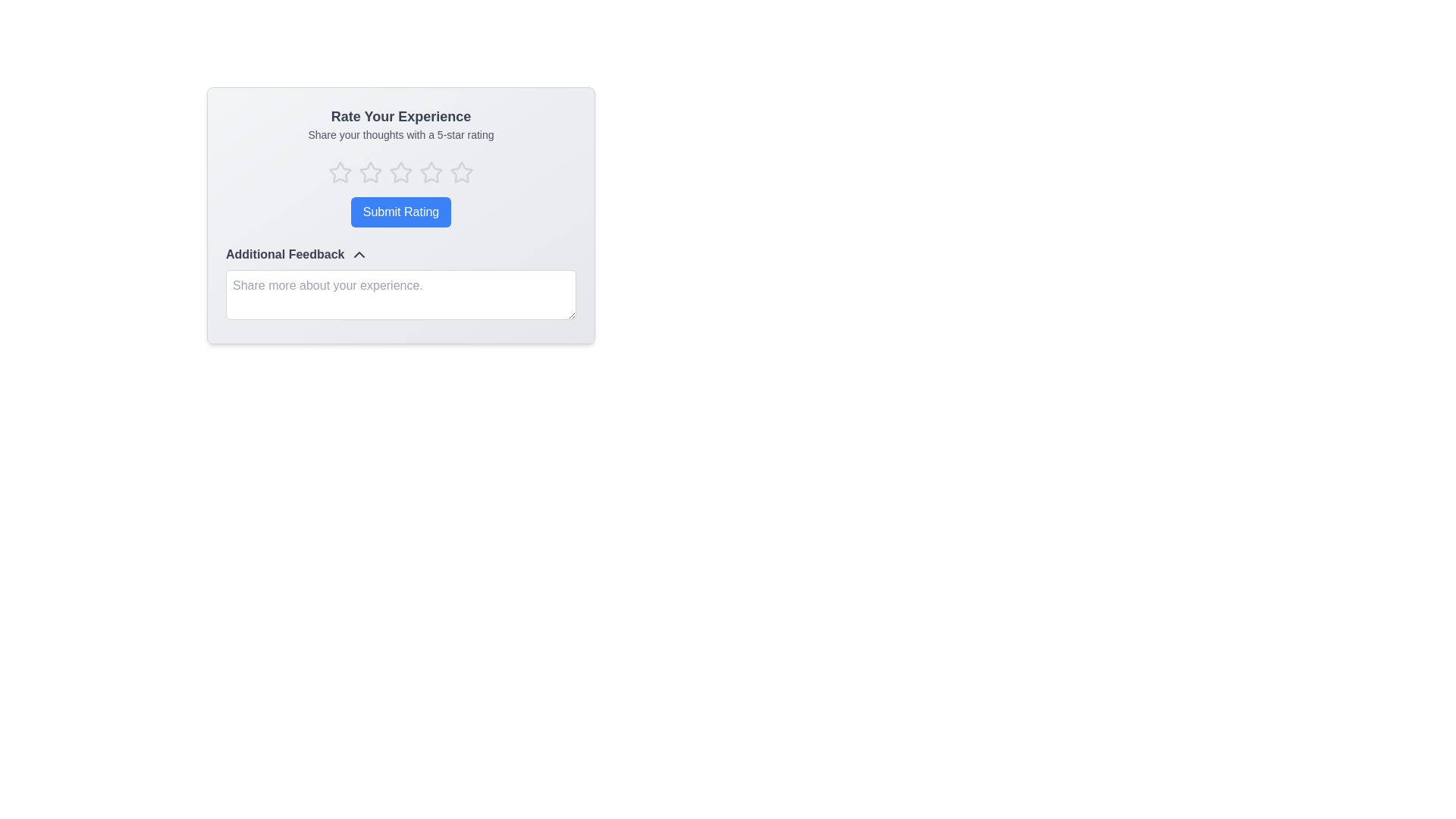  Describe the element at coordinates (340, 171) in the screenshot. I see `the first interactive star icon in the 'Rate Your Experience' section` at that location.